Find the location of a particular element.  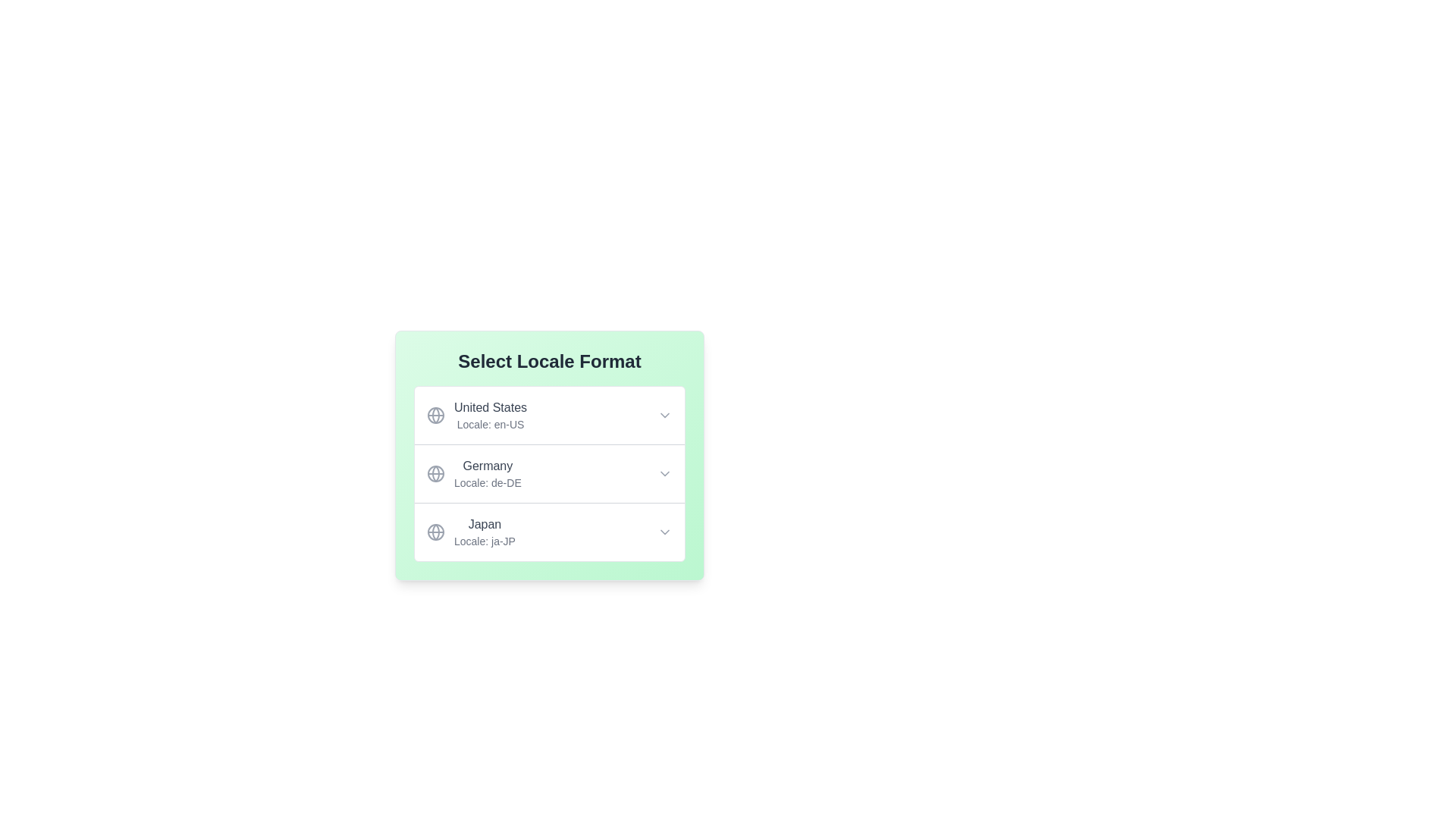

the list item for Germany locale settings ('de-DE') is located at coordinates (548, 472).